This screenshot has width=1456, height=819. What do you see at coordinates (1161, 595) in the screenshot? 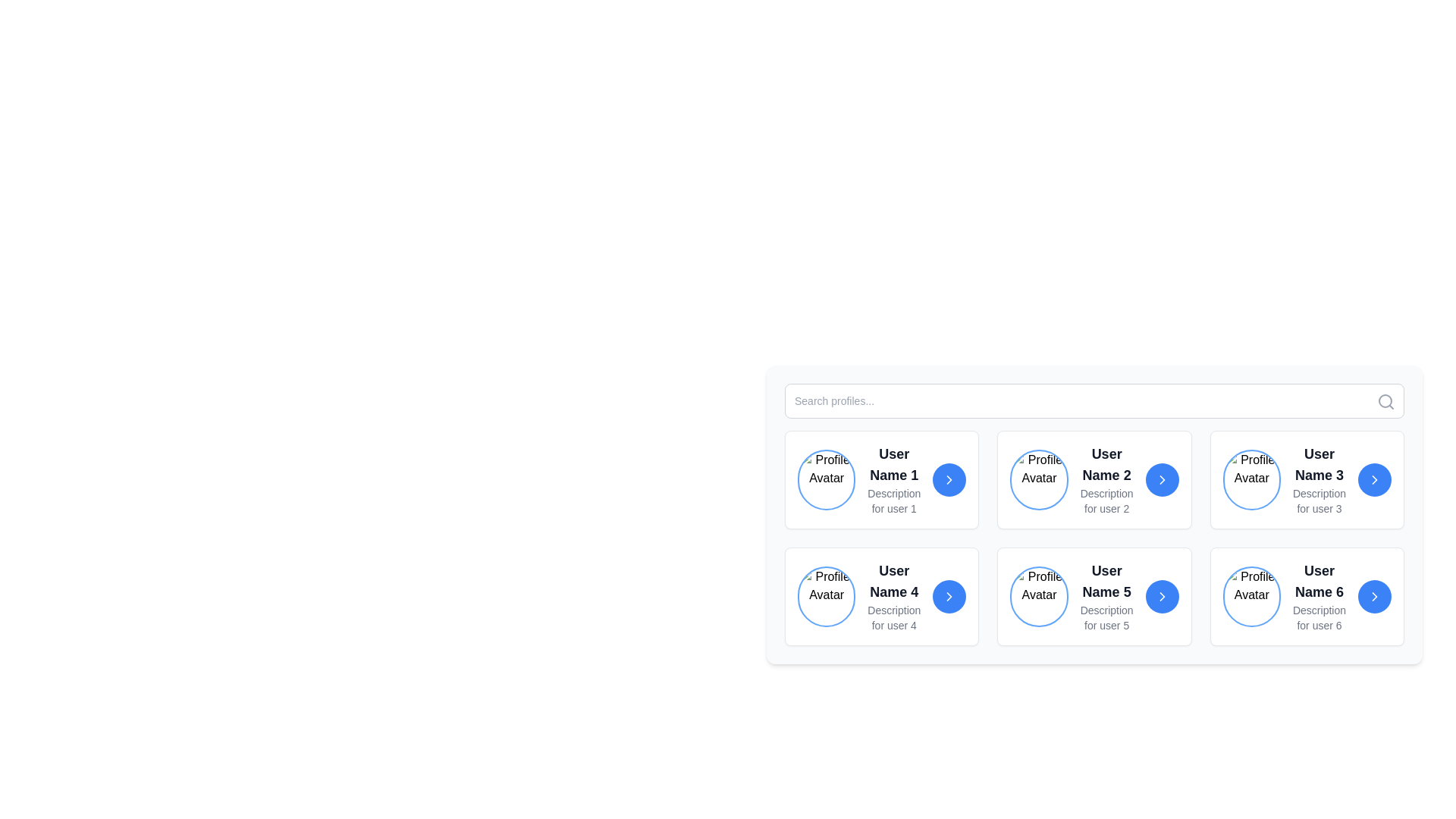
I see `the right-facing chevron arrow icon located in the bottom-right corner of the card for 'User Name 5' to trigger tooltips or visual feedback` at bounding box center [1161, 595].